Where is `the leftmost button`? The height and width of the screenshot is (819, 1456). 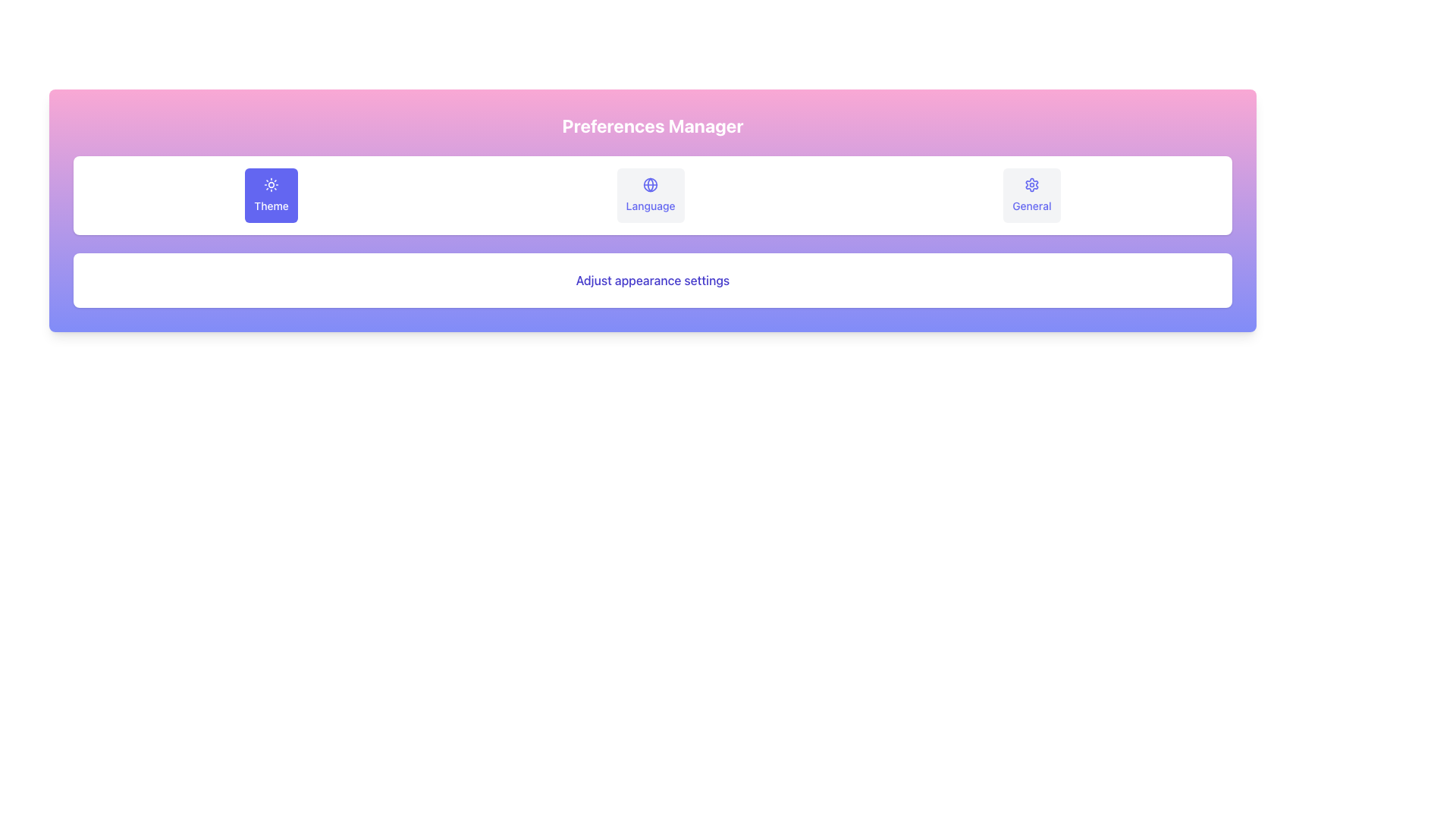
the leftmost button is located at coordinates (271, 195).